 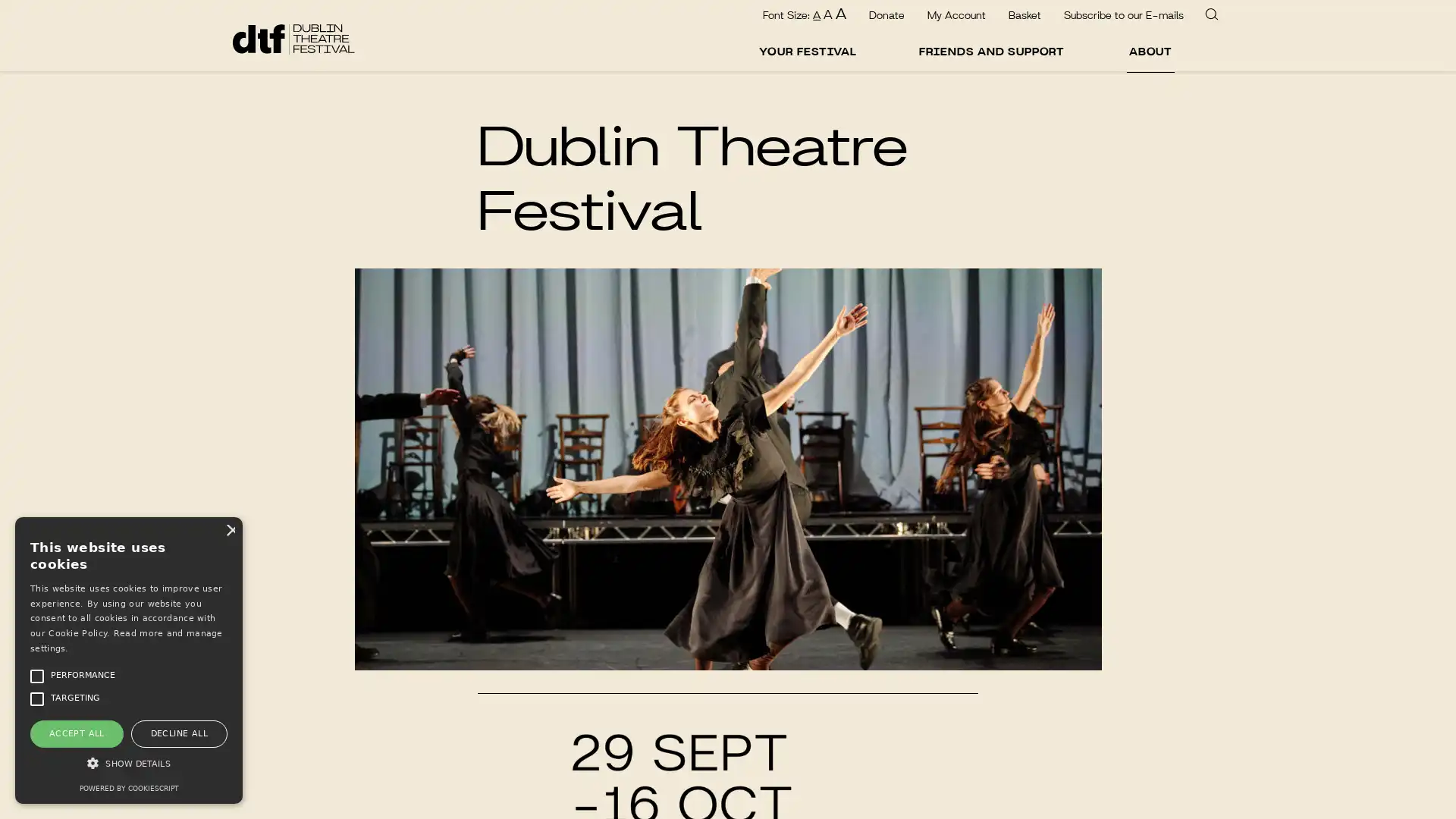 I want to click on ACCEPT ALL, so click(x=75, y=733).